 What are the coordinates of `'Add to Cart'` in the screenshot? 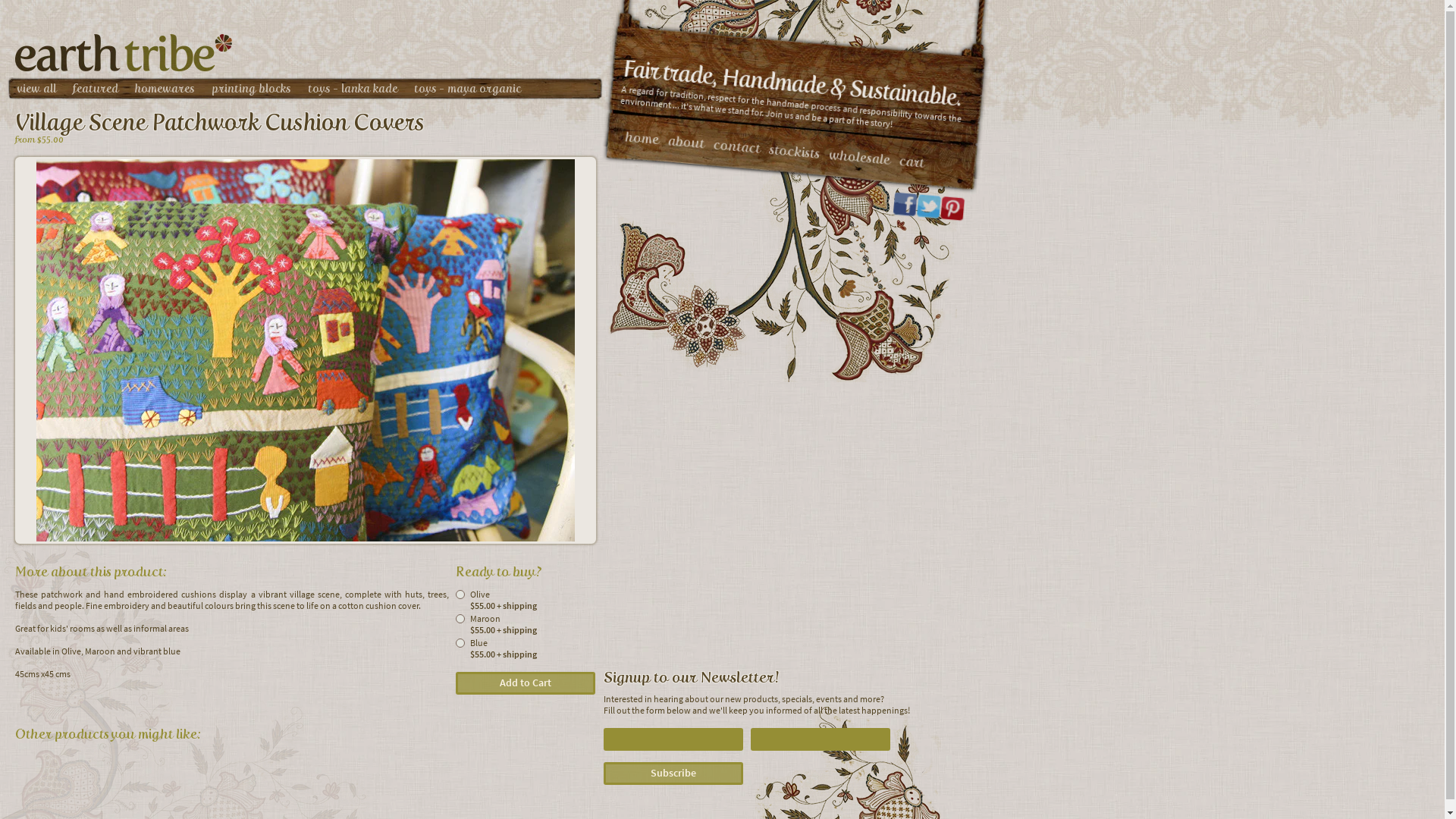 It's located at (525, 683).